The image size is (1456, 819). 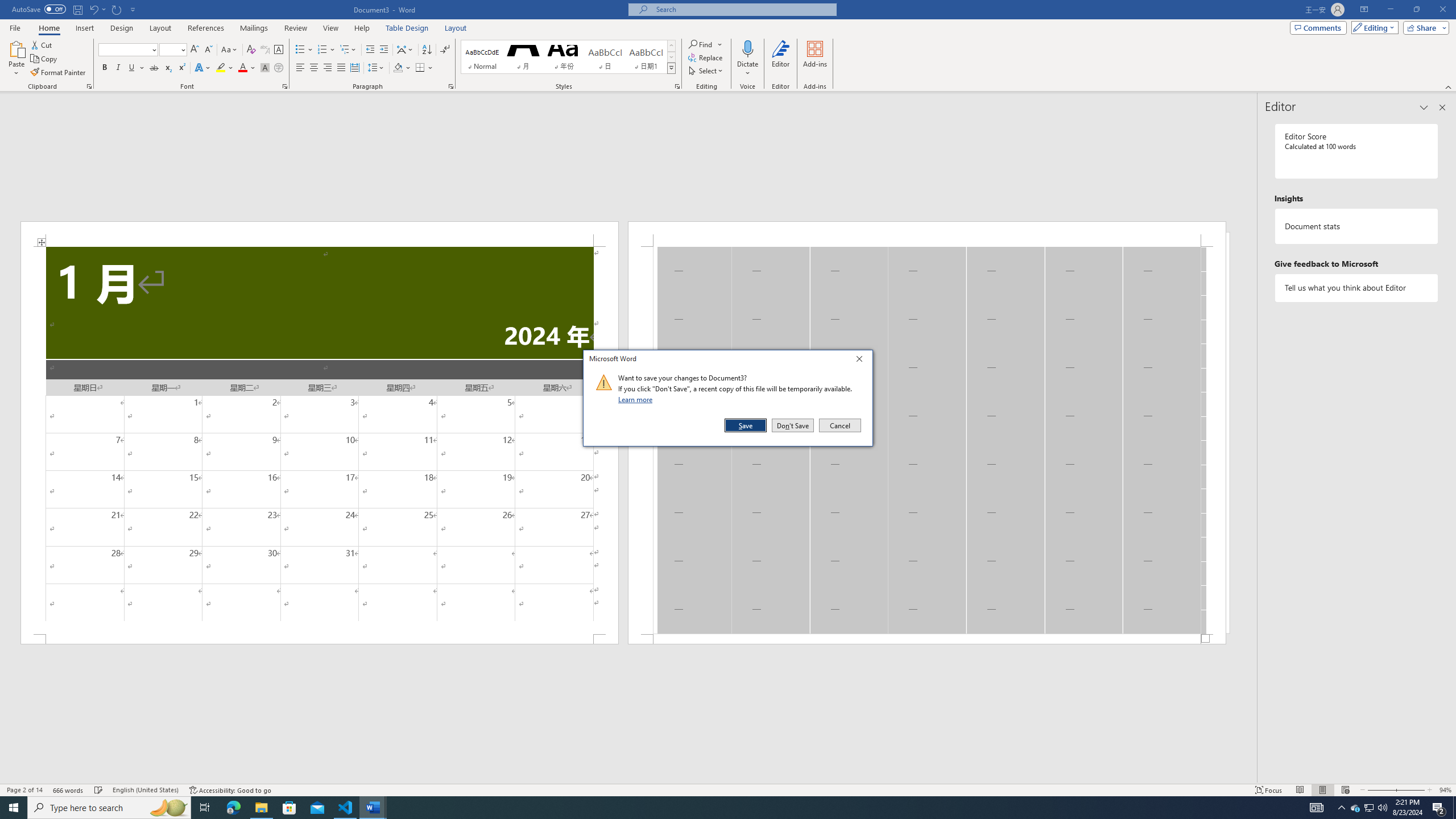 I want to click on 'Focus ', so click(x=1268, y=790).